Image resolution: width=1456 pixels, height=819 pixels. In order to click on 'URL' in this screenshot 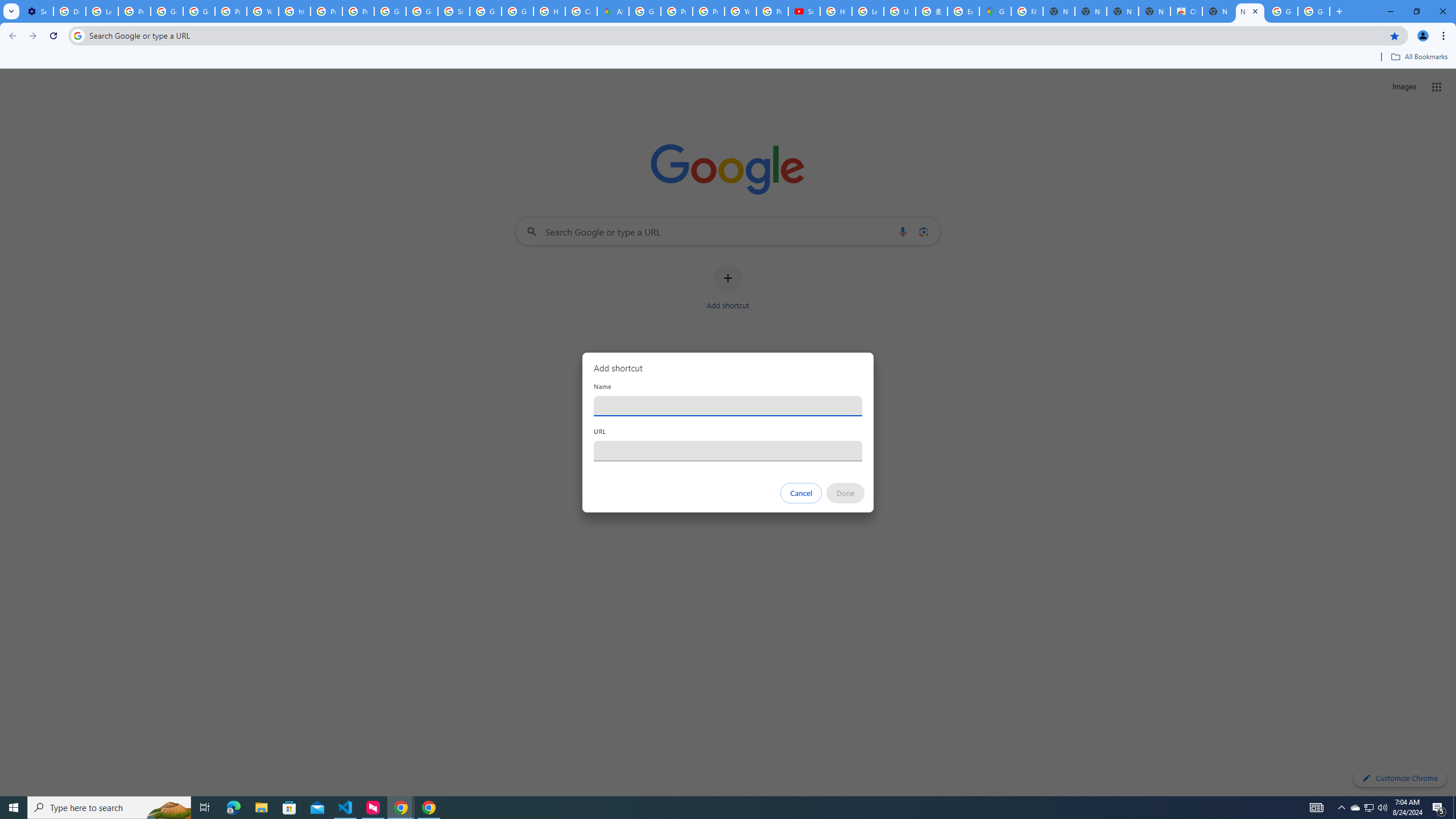, I will do `click(728, 450)`.